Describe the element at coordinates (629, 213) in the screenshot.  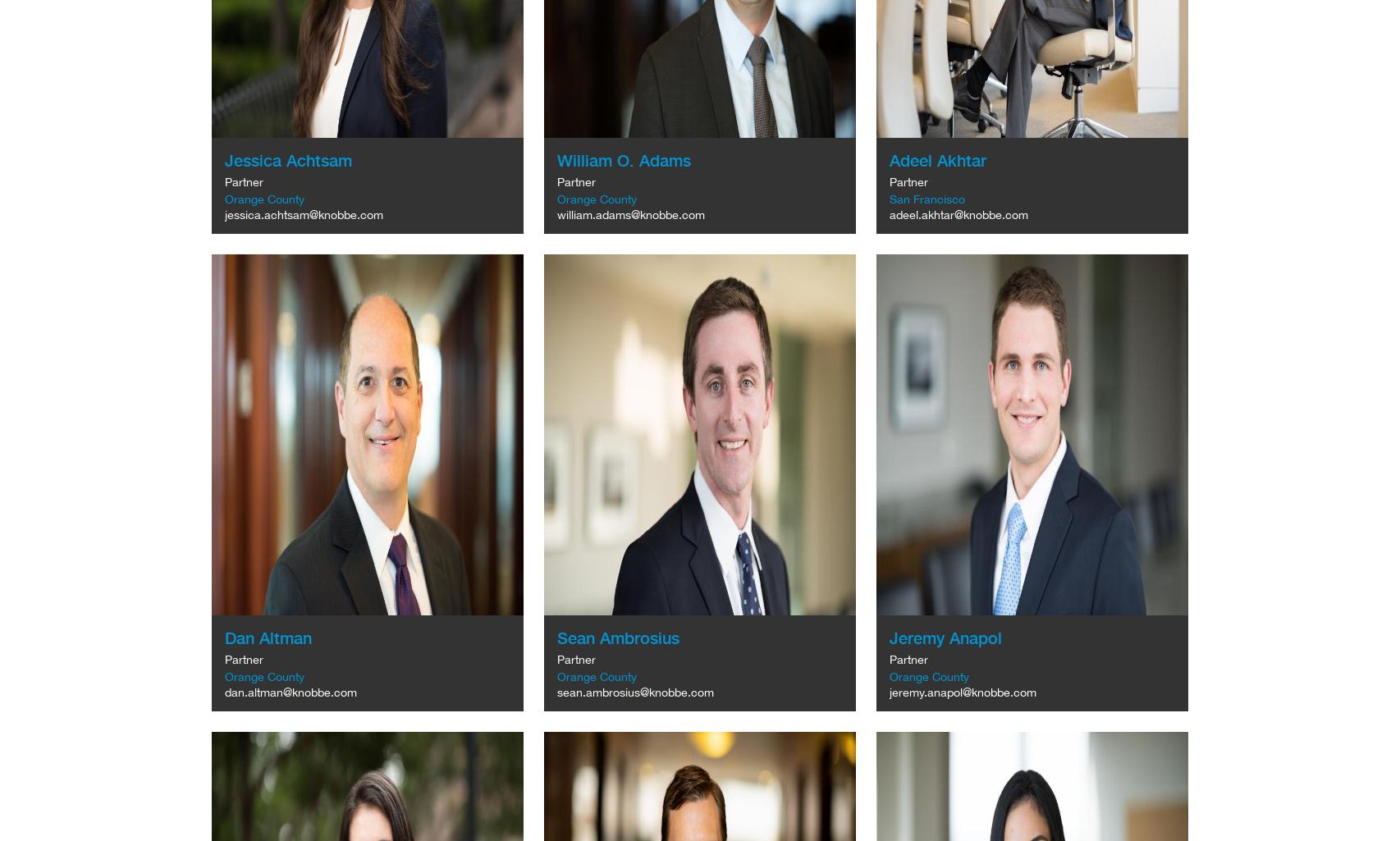
I see `'william.adams@knobbe.com'` at that location.